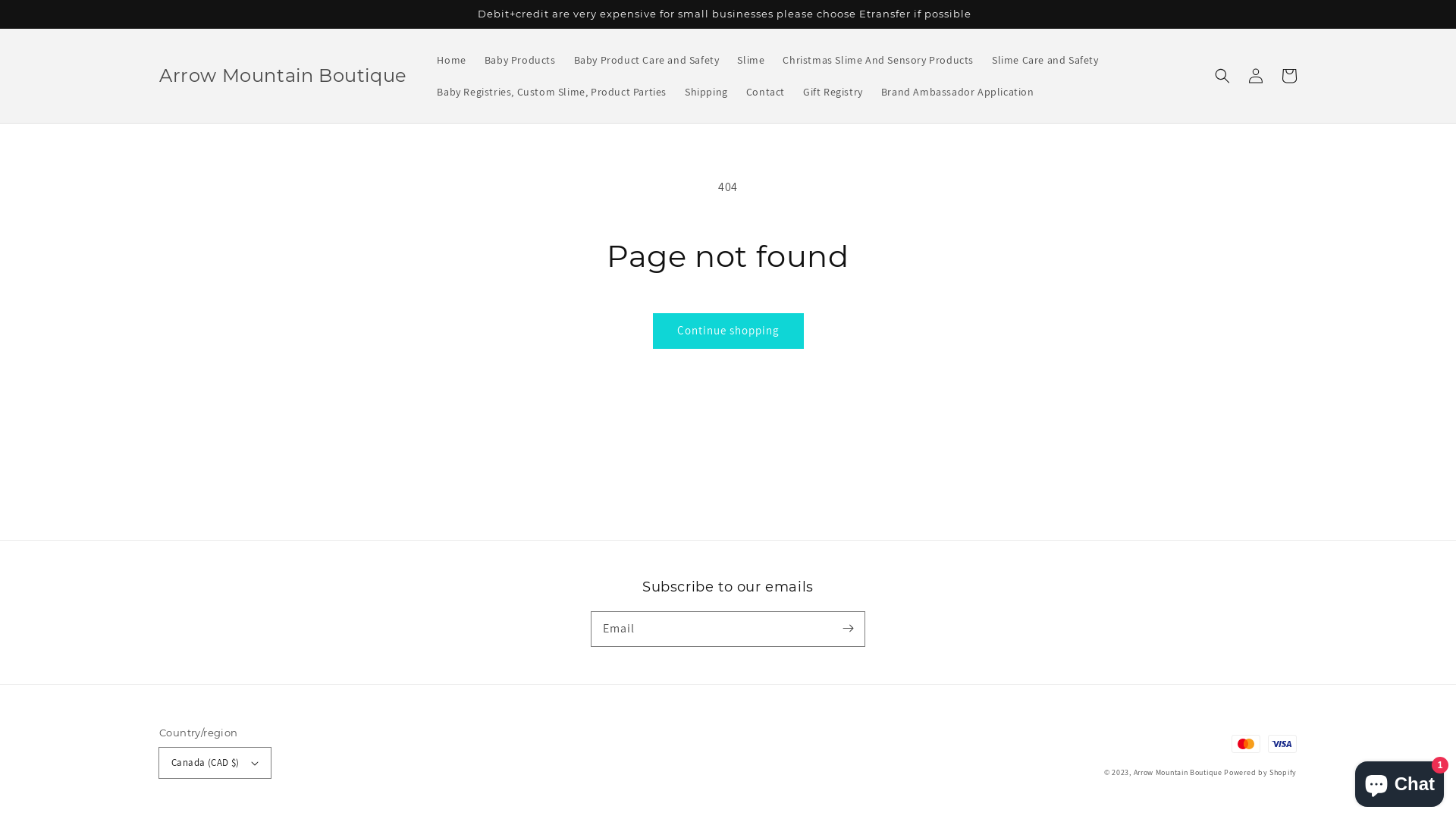 This screenshot has height=819, width=1456. I want to click on 'Baby Registries, Custom Slime, Product Parties', so click(551, 91).